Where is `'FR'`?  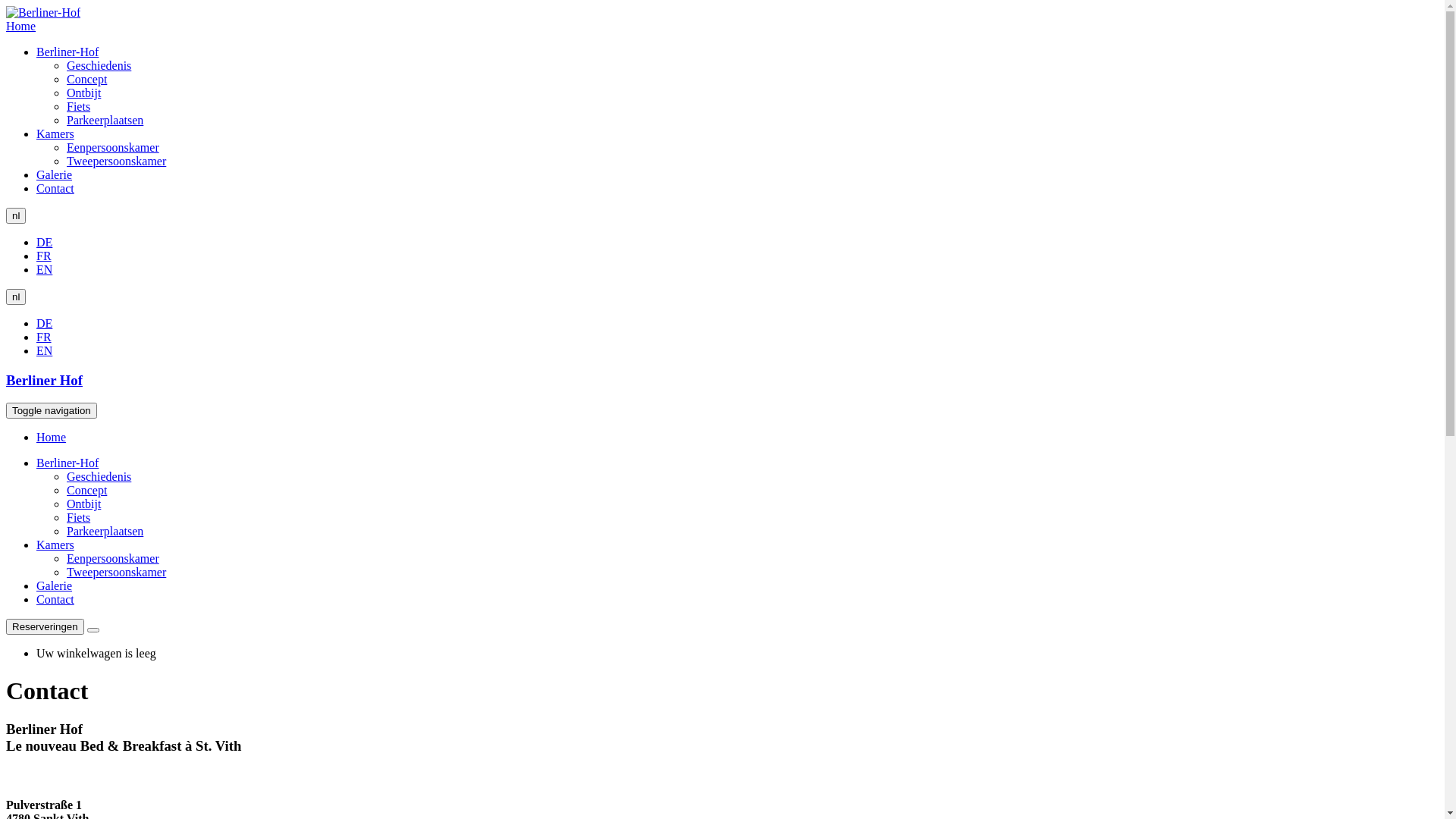
'FR' is located at coordinates (36, 255).